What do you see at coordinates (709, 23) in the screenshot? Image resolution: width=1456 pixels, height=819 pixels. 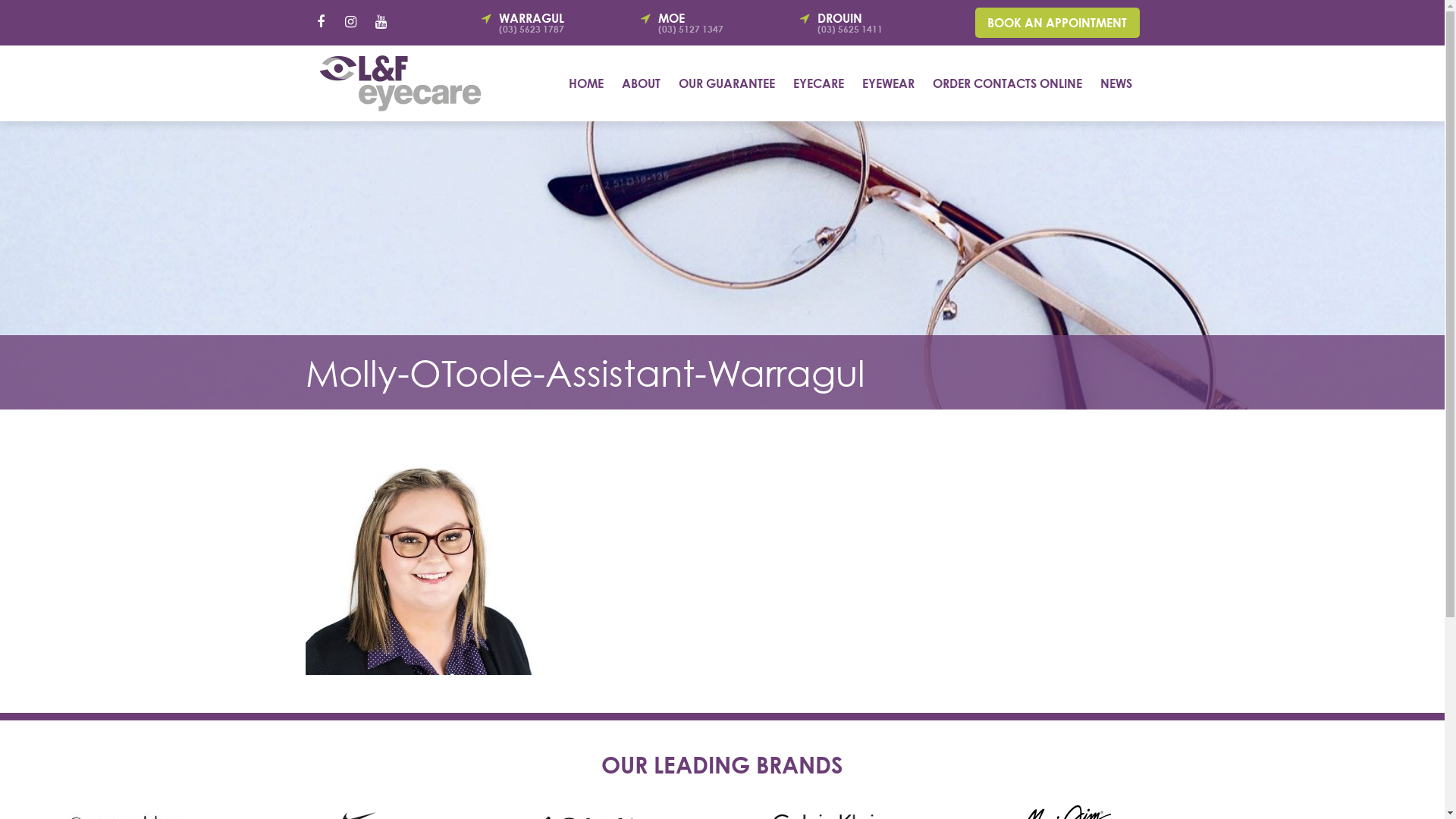 I see `'MOE` at bounding box center [709, 23].